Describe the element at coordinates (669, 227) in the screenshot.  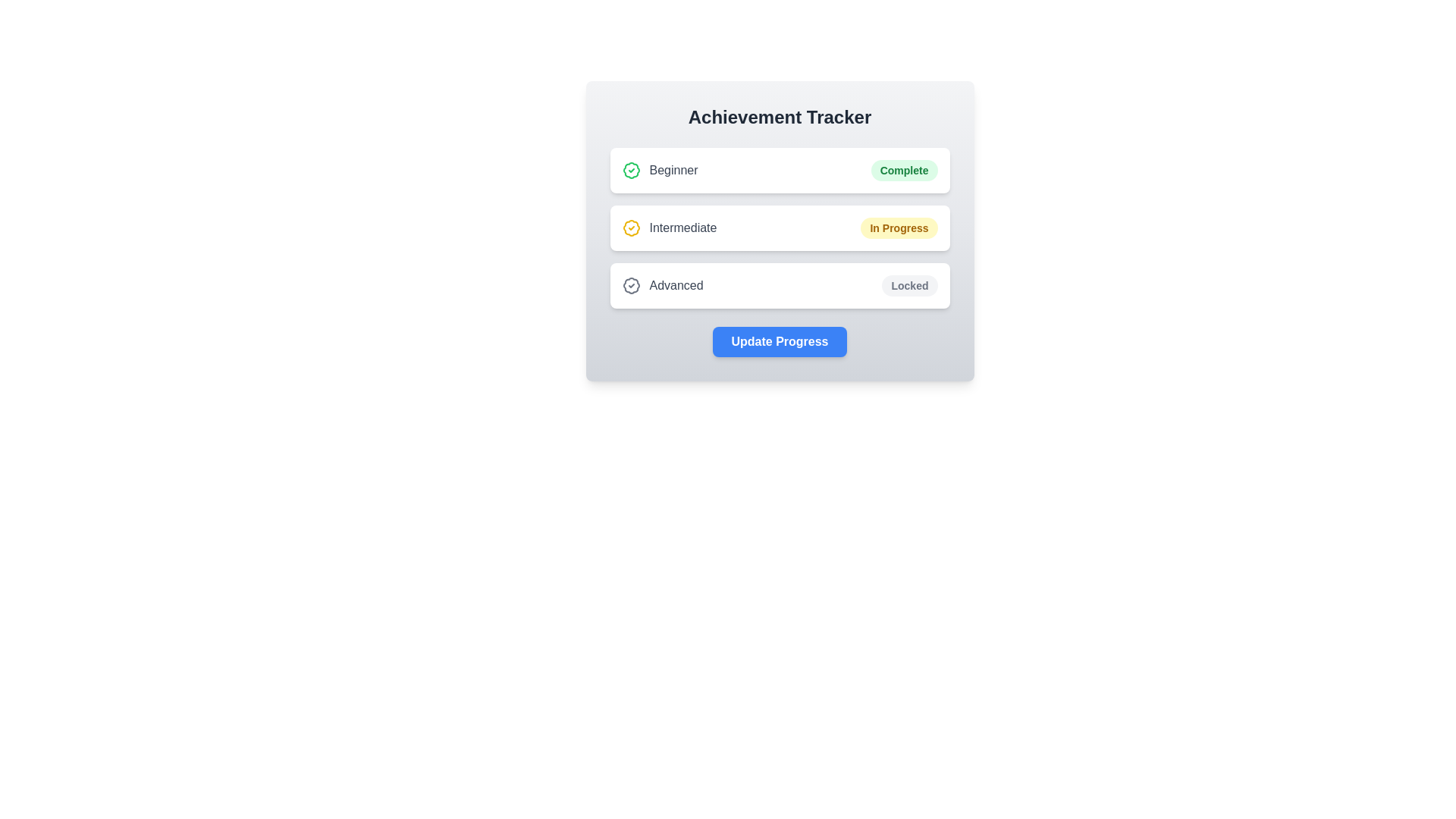
I see `the 'Intermediate' Label with Icon that includes a badge with a checkmark, located within the Achievement Tracker card` at that location.